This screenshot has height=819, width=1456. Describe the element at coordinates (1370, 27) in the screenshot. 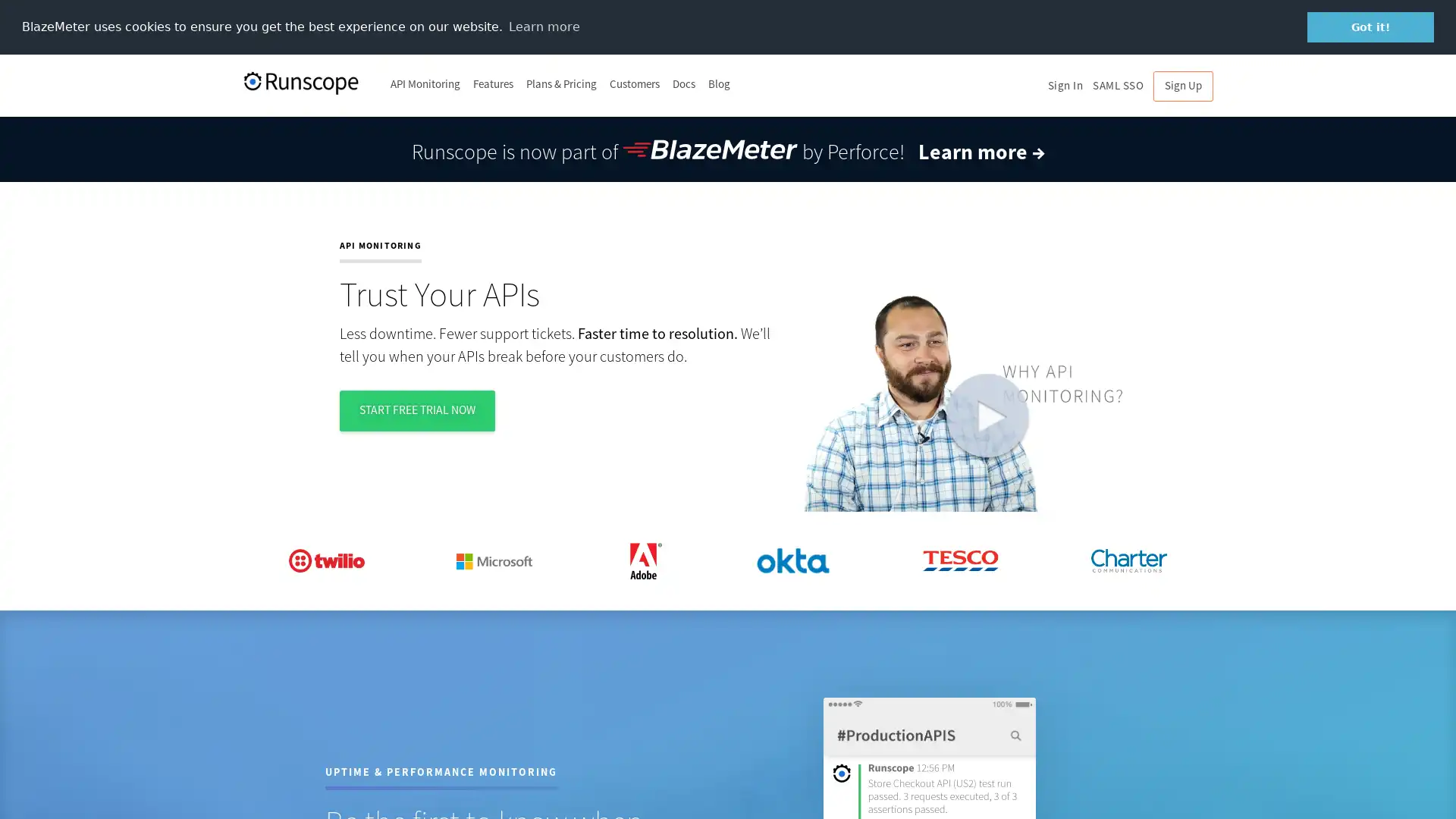

I see `dismiss cookie message` at that location.